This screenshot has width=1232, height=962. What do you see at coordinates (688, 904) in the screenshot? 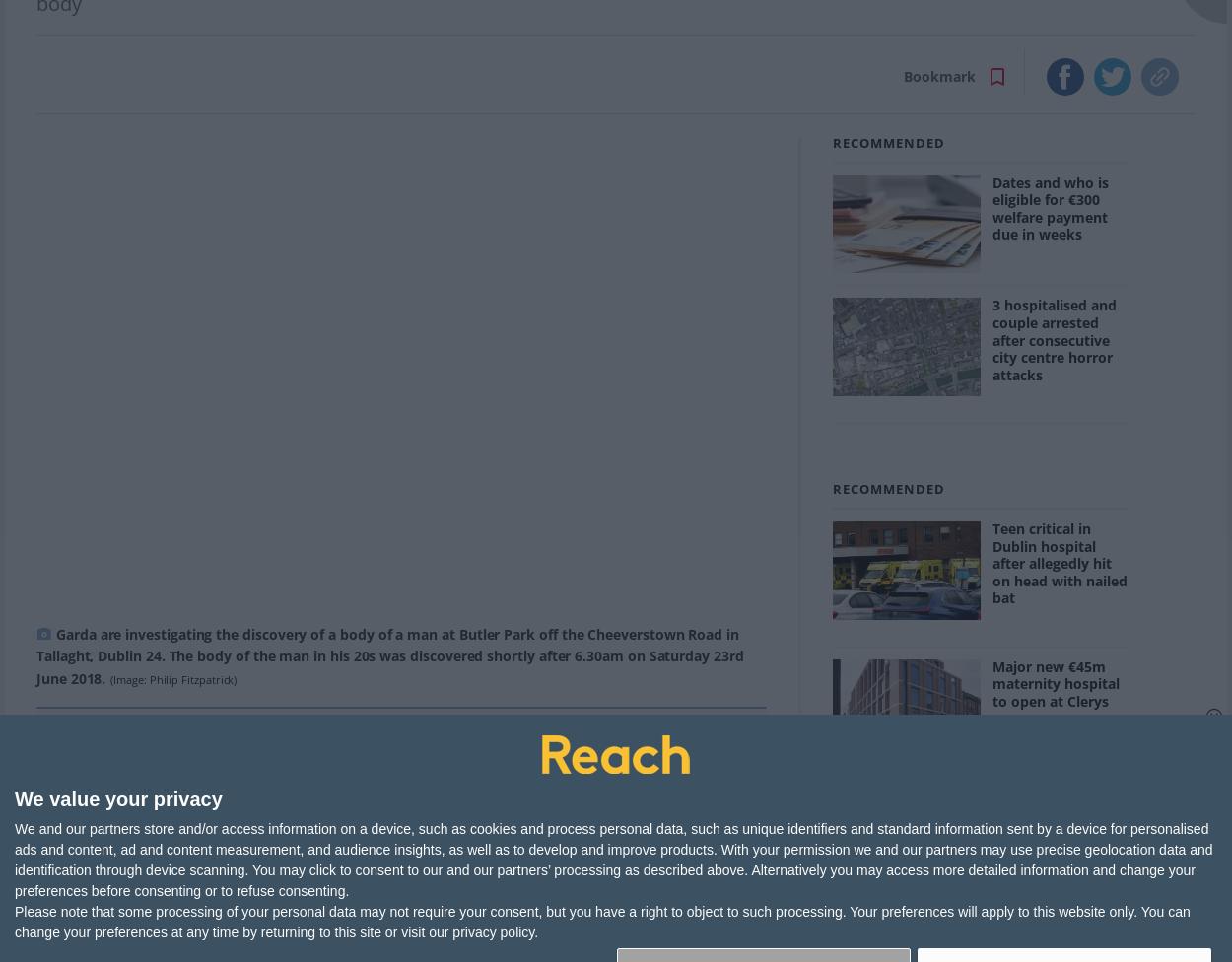
I see `'My Bookmarks.'` at bounding box center [688, 904].